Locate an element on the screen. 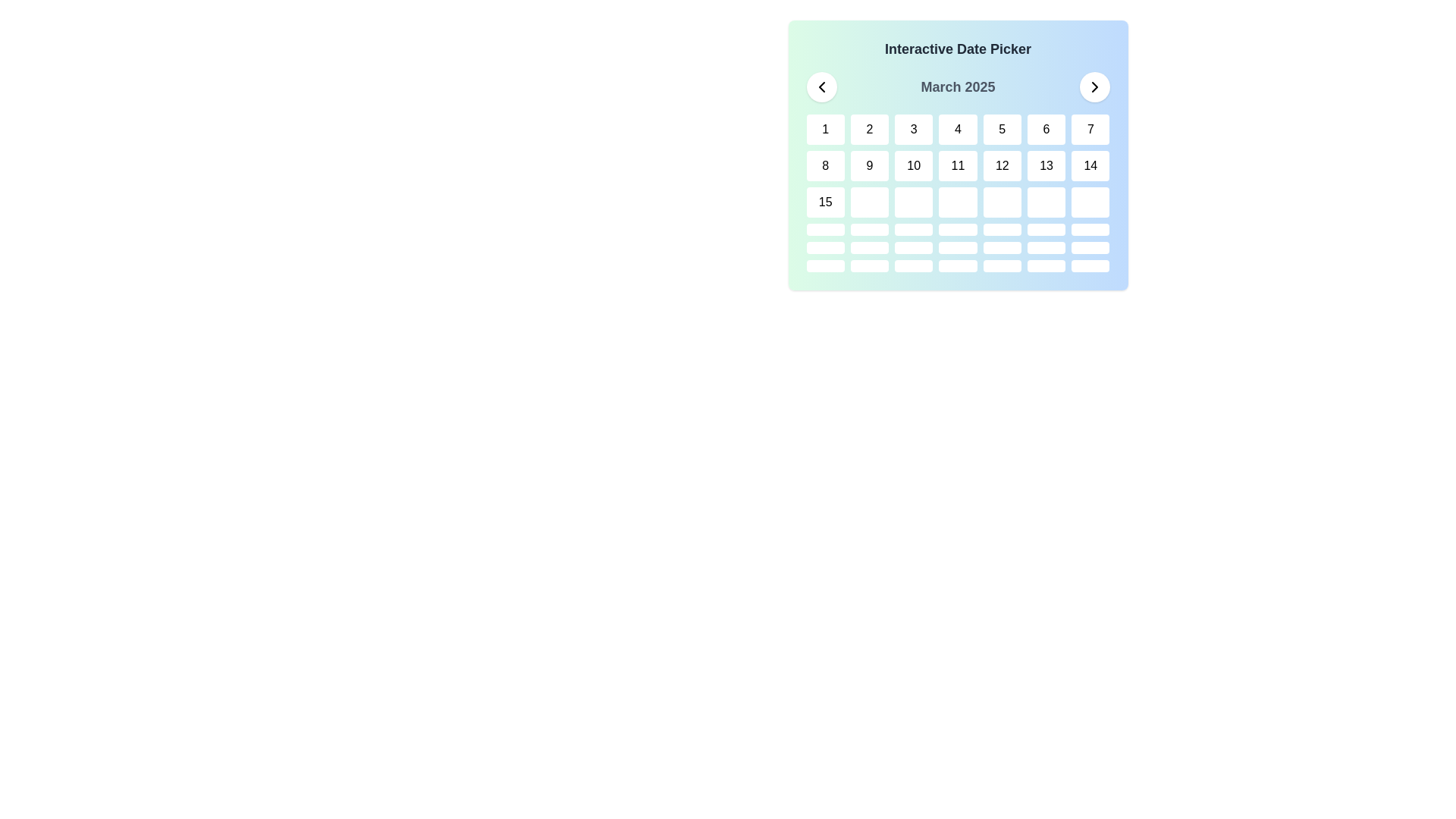  the rounded rectangular button with a white background located in the fifth column of the fourth row in the date picker grid to trigger hover effects is located at coordinates (1002, 201).